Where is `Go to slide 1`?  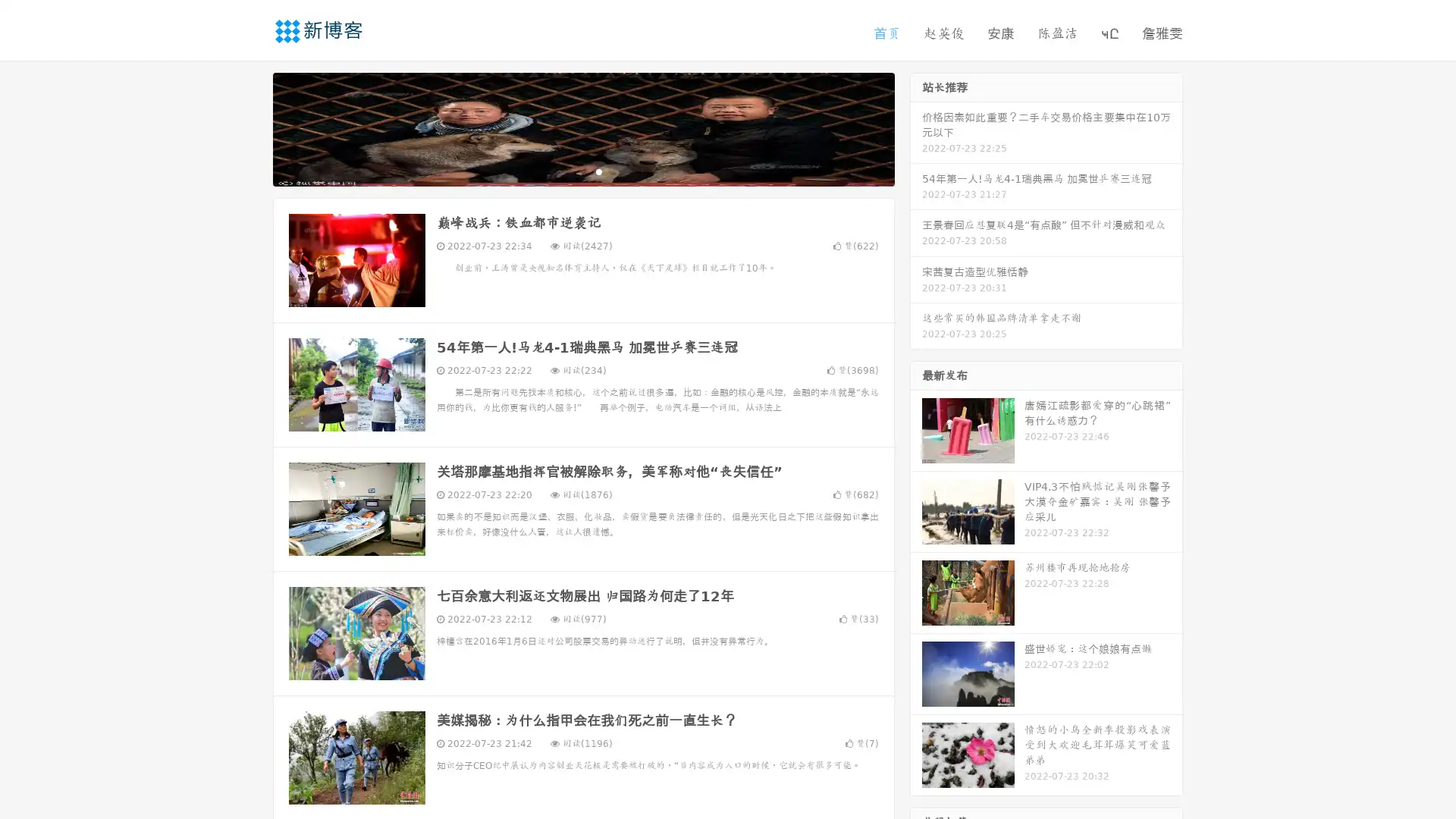
Go to slide 1 is located at coordinates (567, 171).